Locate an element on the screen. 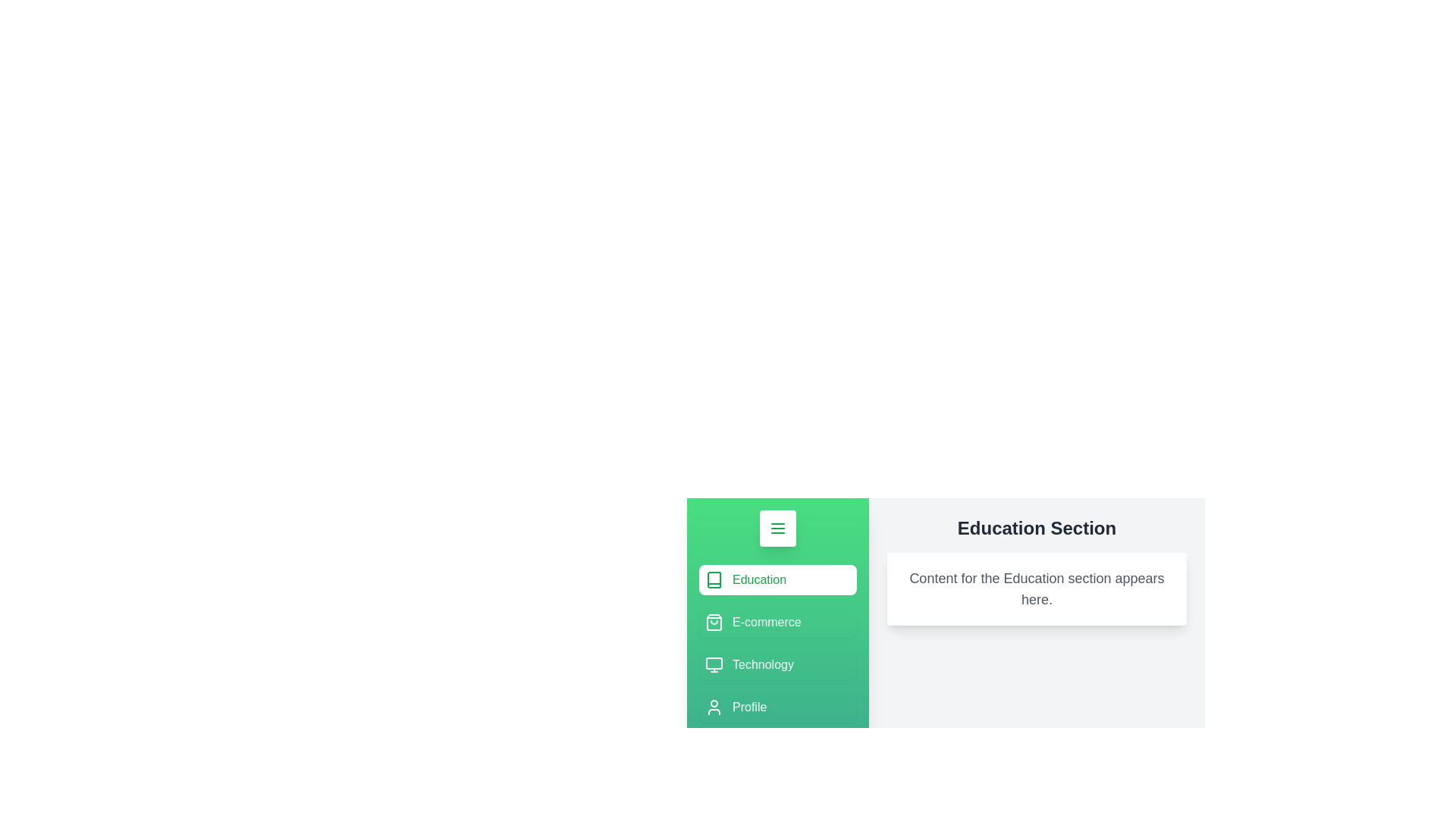 This screenshot has height=819, width=1456. the toggle button to open or close the drawer is located at coordinates (778, 528).